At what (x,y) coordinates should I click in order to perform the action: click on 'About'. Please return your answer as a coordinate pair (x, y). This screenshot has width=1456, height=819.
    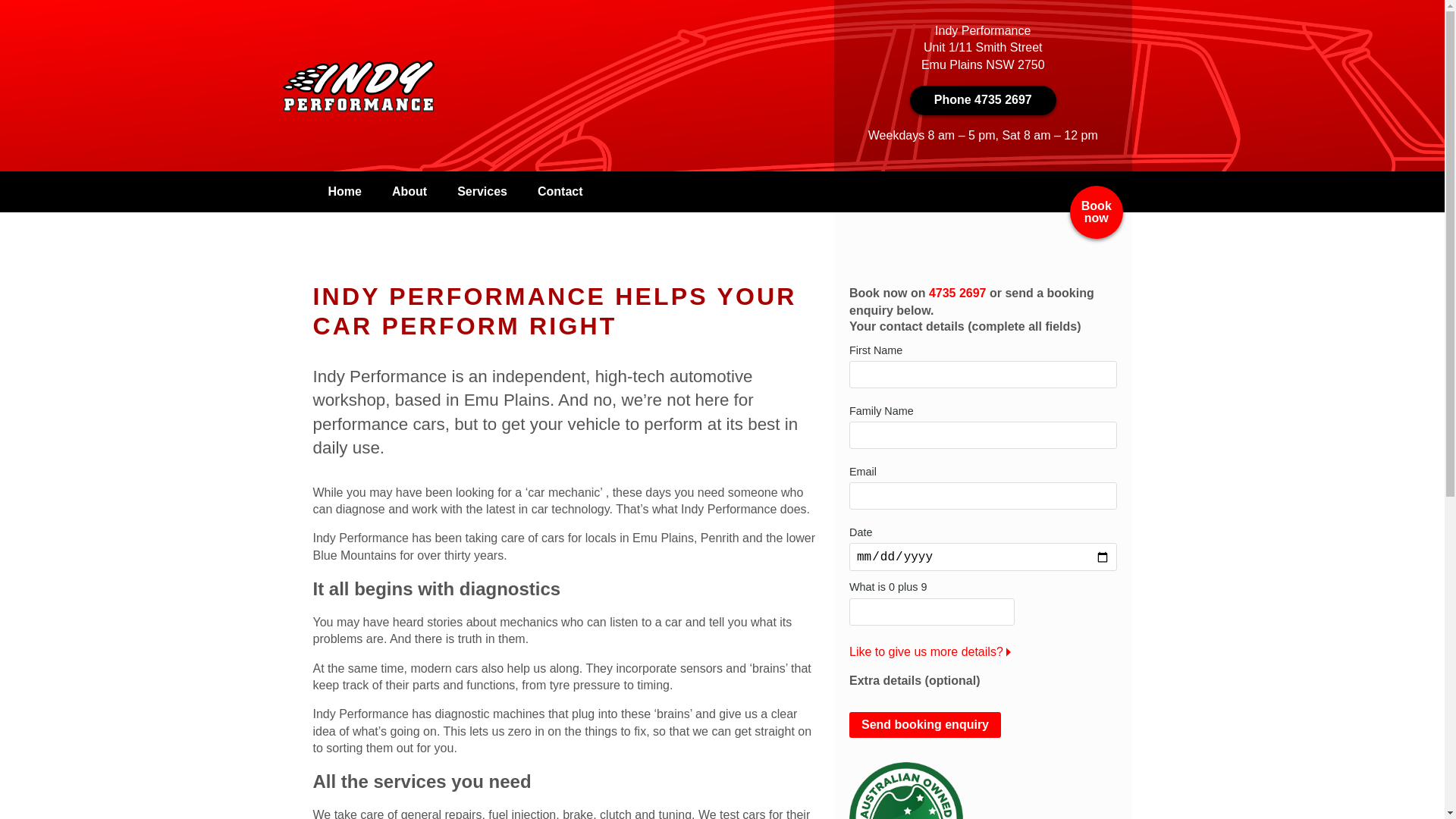
    Looking at the image, I should click on (409, 191).